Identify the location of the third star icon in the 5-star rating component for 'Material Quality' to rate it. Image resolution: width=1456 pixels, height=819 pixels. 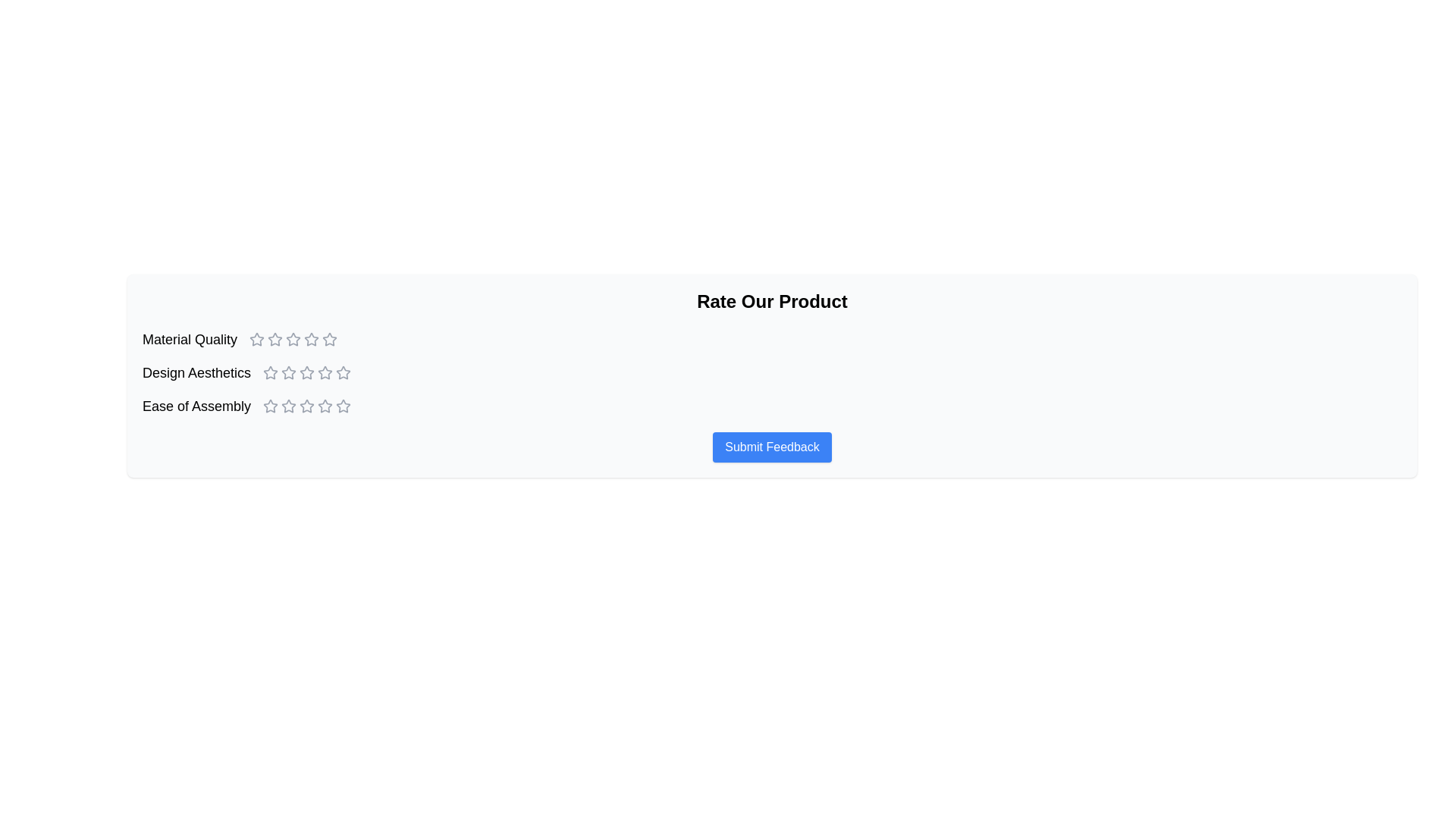
(293, 338).